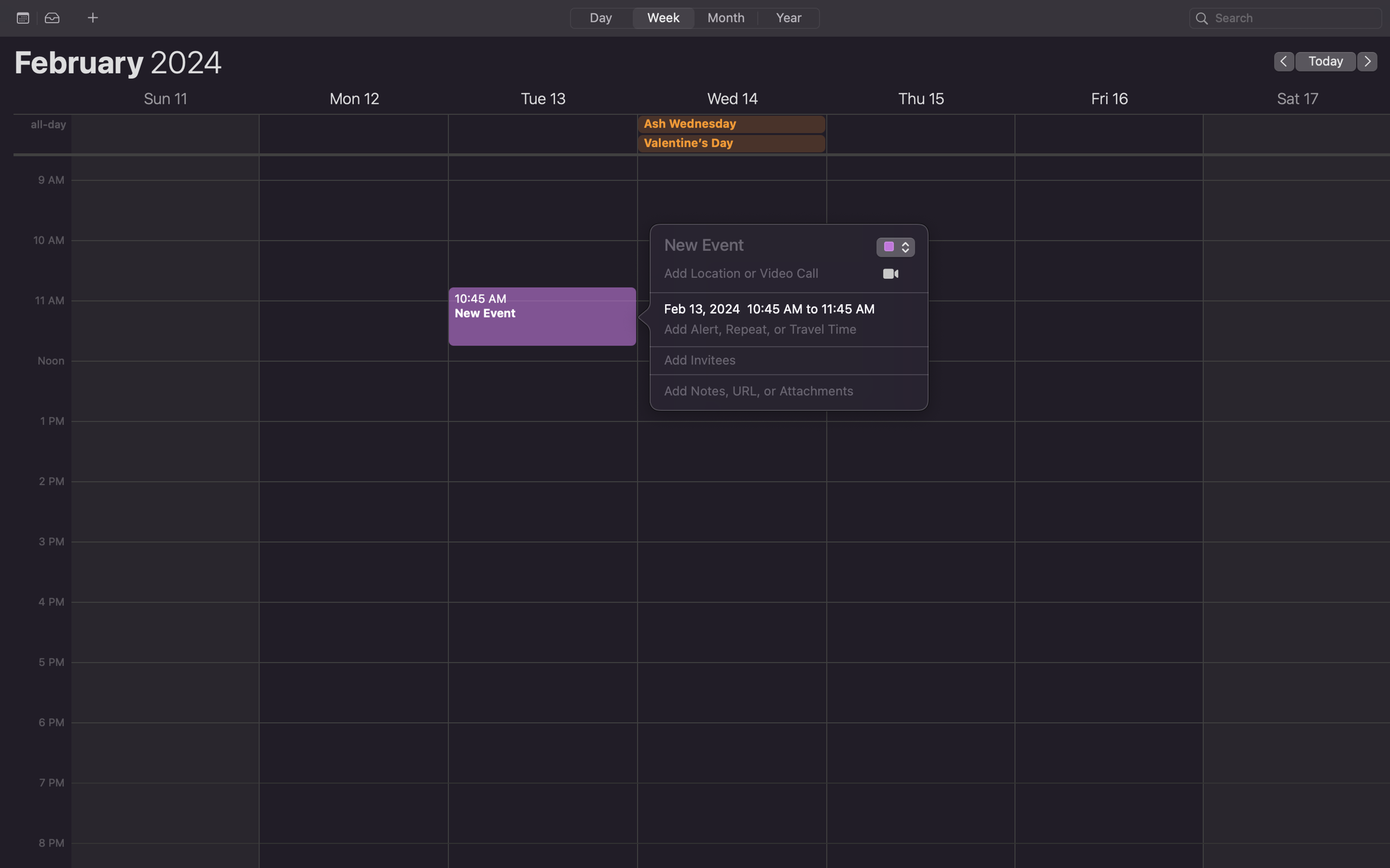 The height and width of the screenshot is (868, 1390). I want to click on the participant with the email "bob@gmail.com", so click(776, 361).